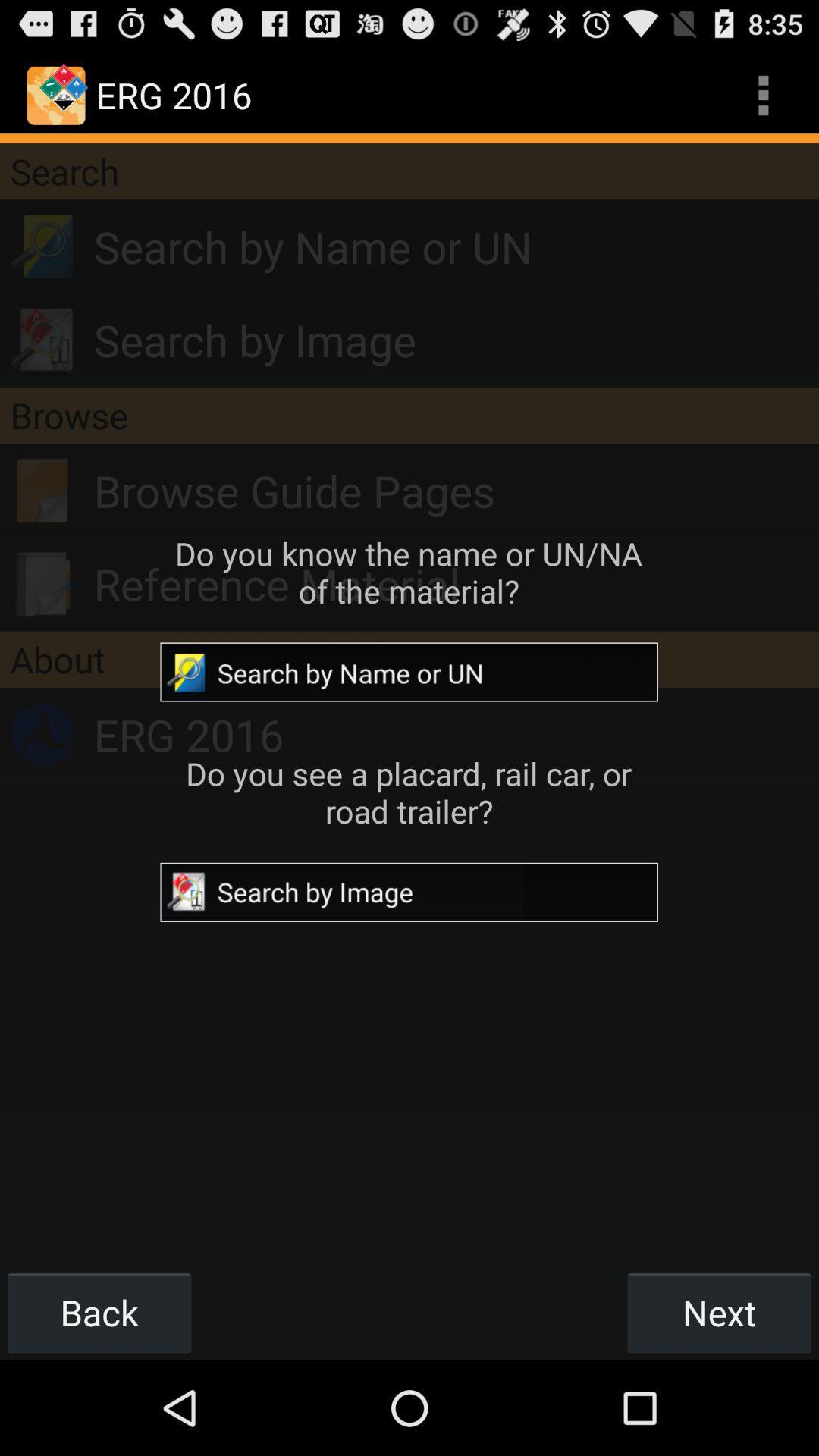  What do you see at coordinates (99, 1312) in the screenshot?
I see `item to the left of next item` at bounding box center [99, 1312].